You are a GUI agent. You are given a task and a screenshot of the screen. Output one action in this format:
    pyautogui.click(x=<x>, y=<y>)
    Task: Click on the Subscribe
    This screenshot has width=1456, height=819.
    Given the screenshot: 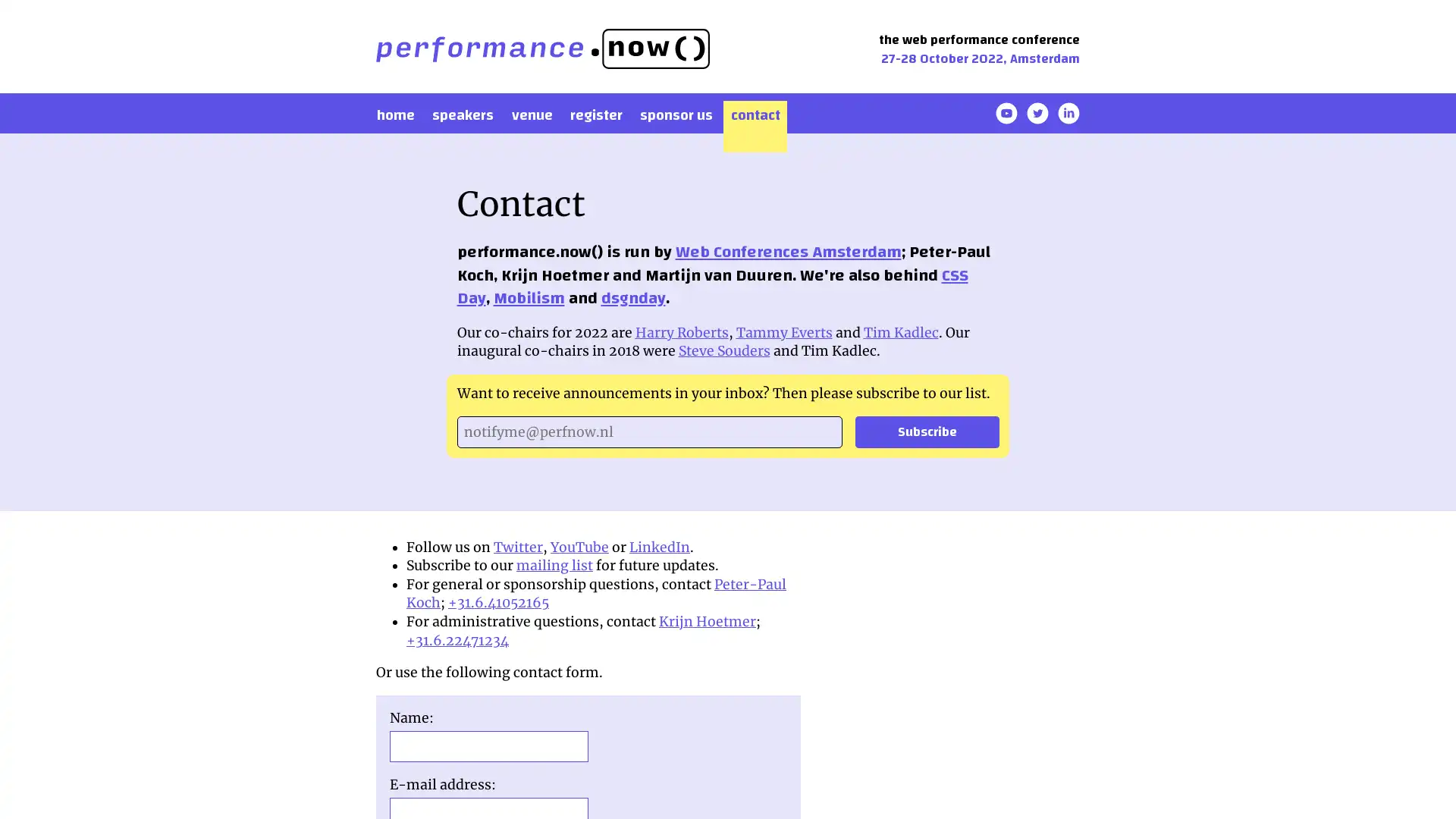 What is the action you would take?
    pyautogui.click(x=926, y=431)
    